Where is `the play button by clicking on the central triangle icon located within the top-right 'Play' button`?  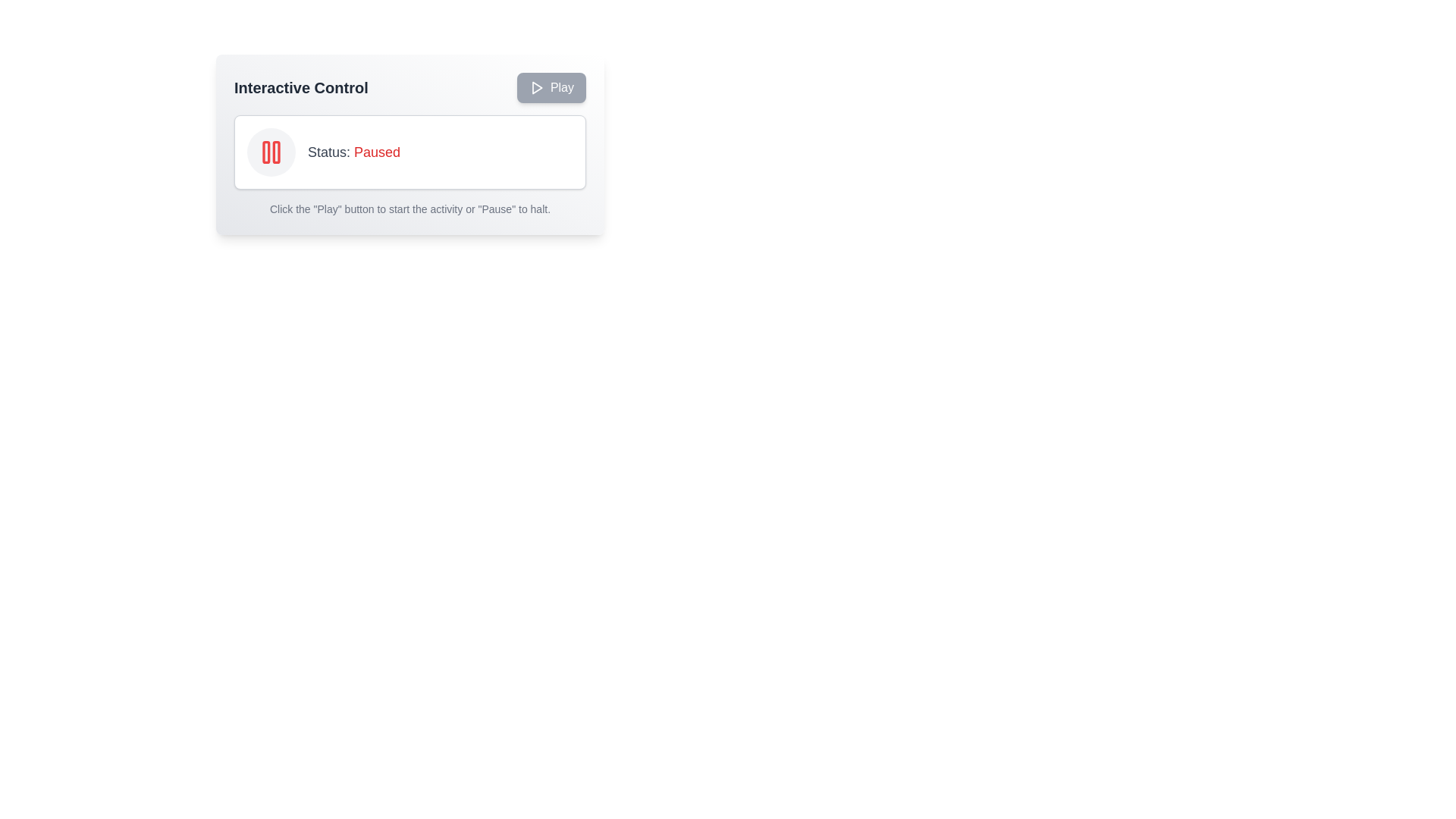 the play button by clicking on the central triangle icon located within the top-right 'Play' button is located at coordinates (537, 87).